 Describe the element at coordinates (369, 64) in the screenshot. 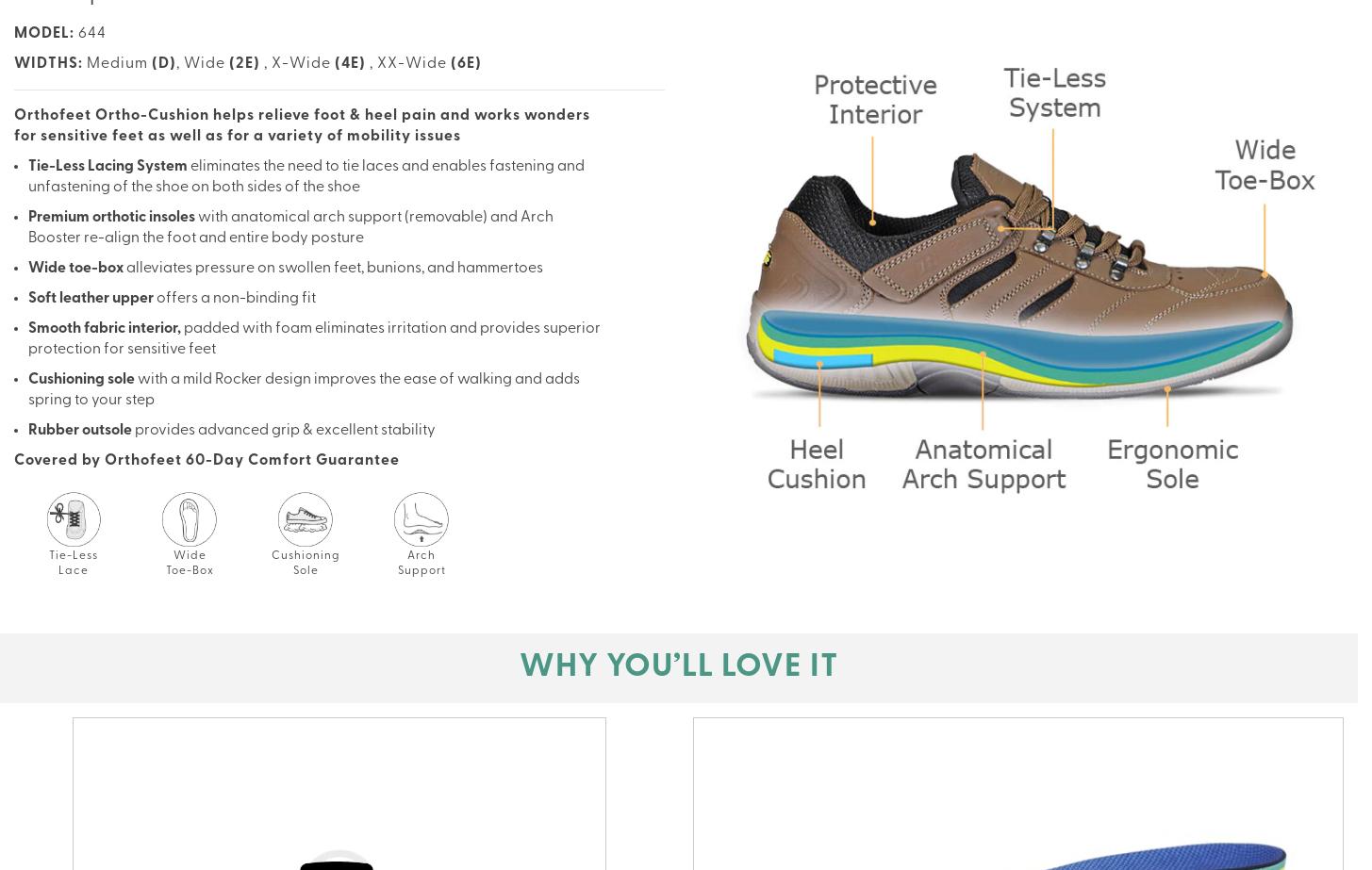

I see `', XX-Wide'` at that location.